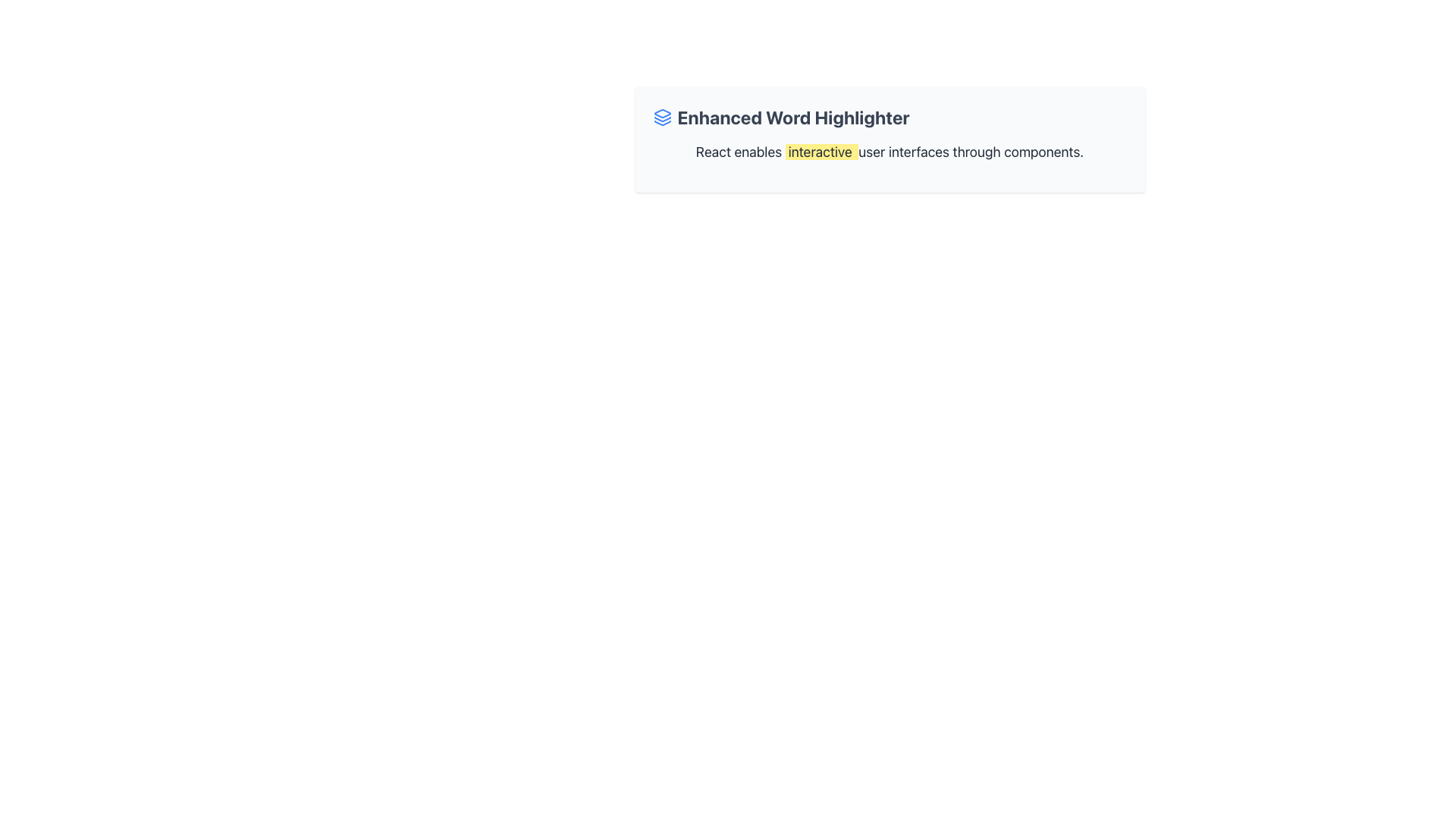 This screenshot has height=819, width=1456. Describe the element at coordinates (821, 152) in the screenshot. I see `the text element that highlights the word 'interactive' in the sentence 'React enables interactive user interfaces through components.'` at that location.